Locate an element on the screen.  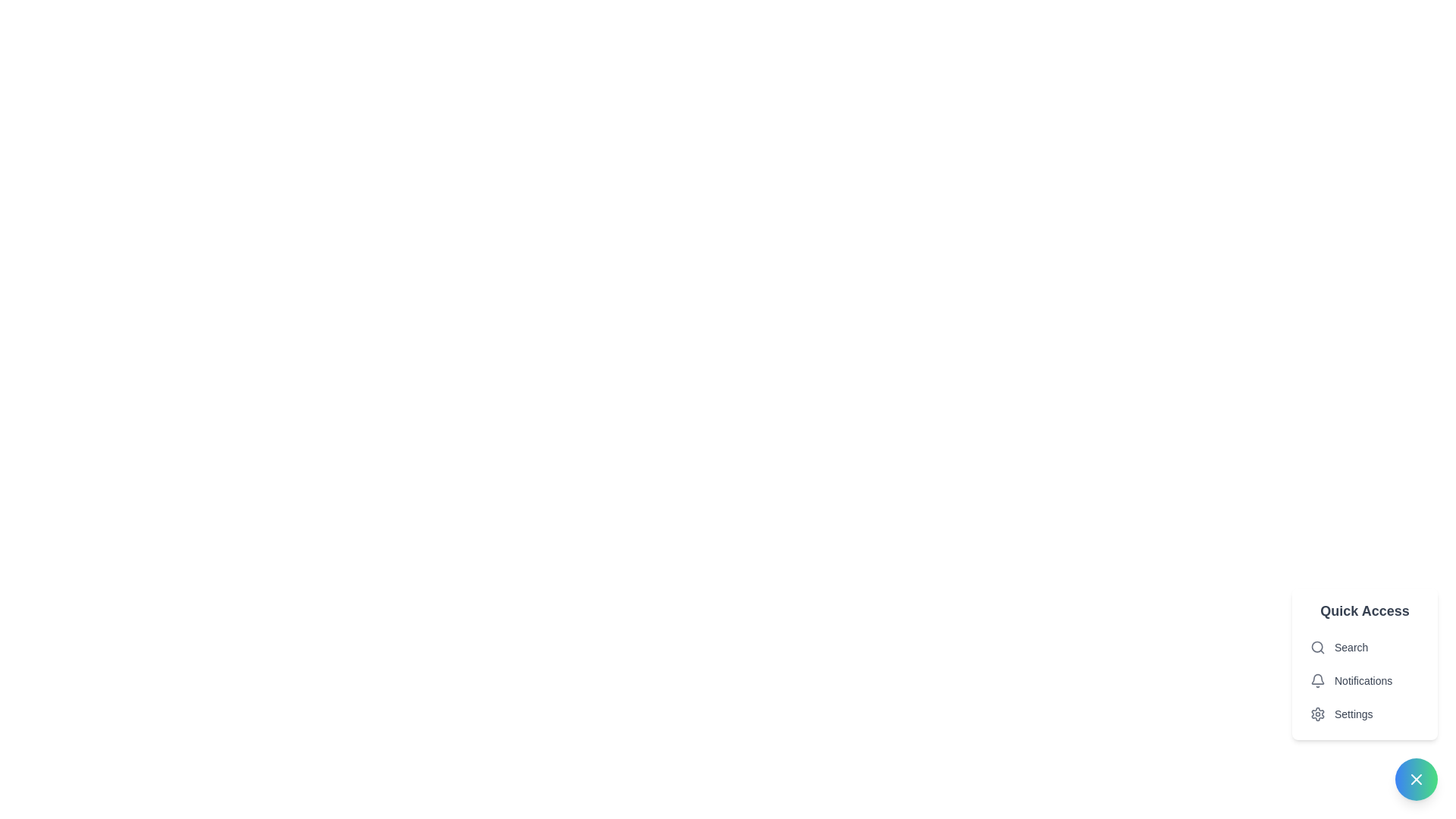
the gear-shaped icon button in light gray, located in the quick access menu is located at coordinates (1316, 714).